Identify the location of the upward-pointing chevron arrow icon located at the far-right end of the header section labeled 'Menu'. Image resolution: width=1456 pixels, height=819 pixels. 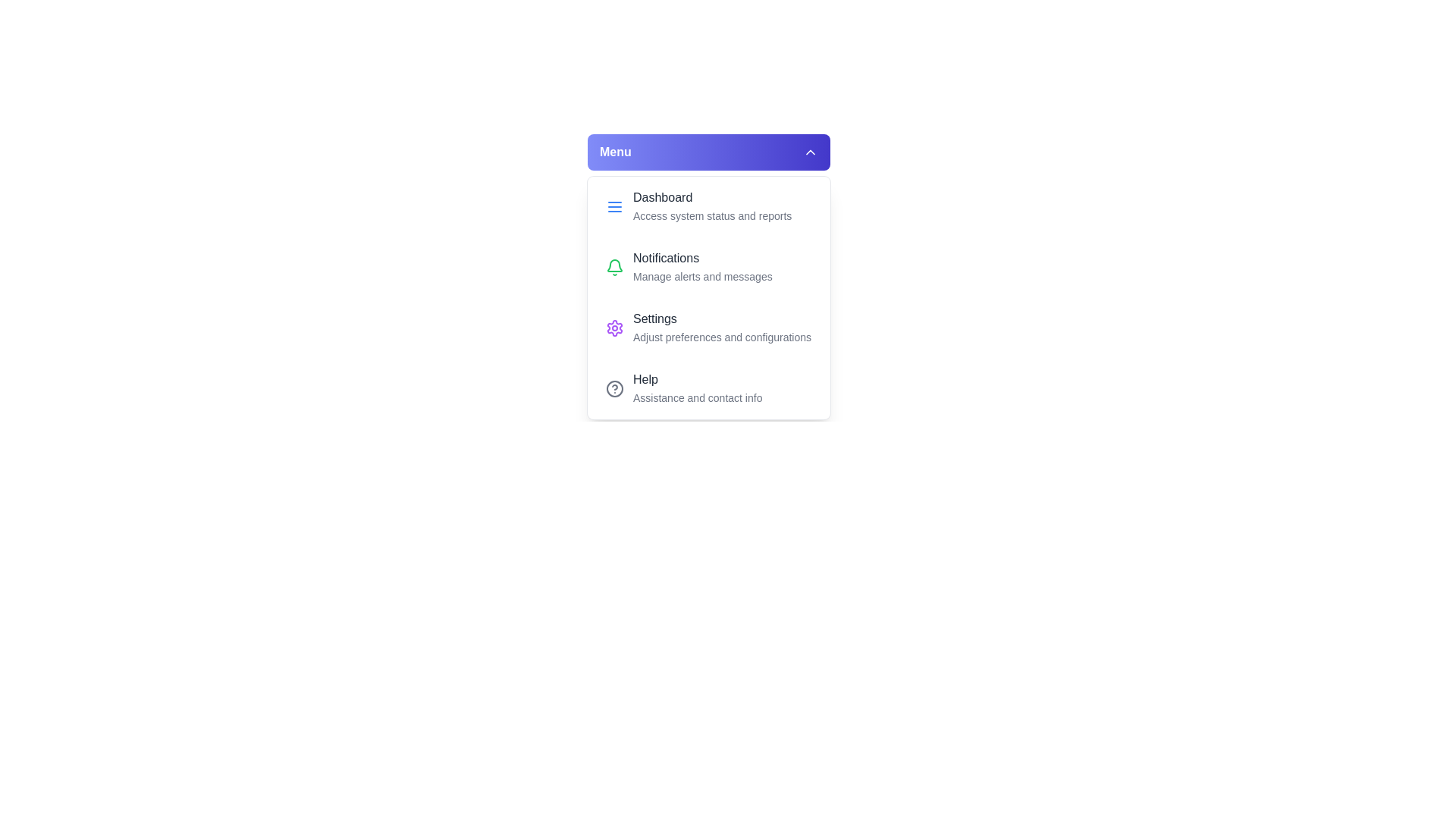
(810, 152).